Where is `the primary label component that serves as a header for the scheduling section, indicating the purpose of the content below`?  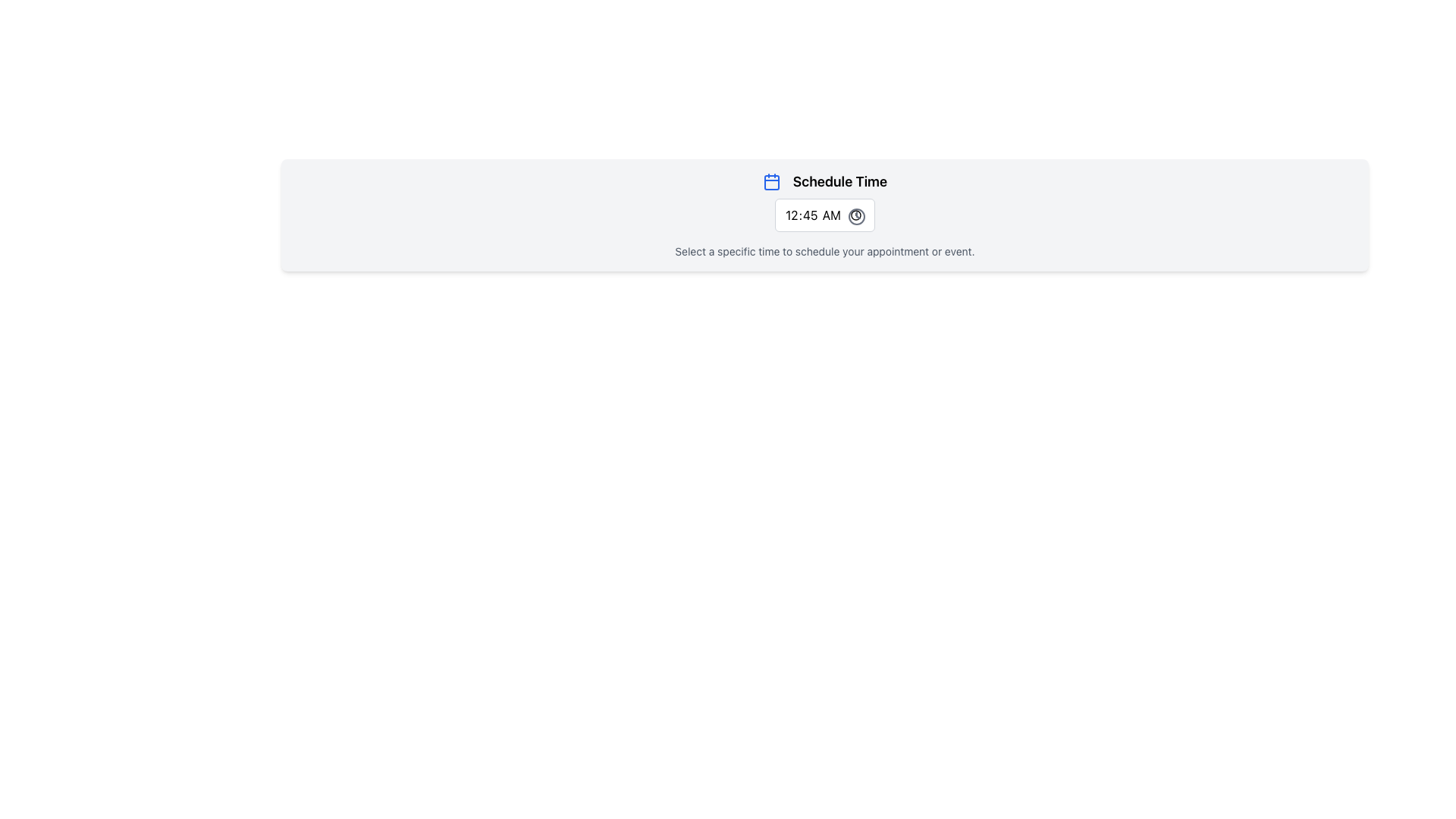
the primary label component that serves as a header for the scheduling section, indicating the purpose of the content below is located at coordinates (824, 180).